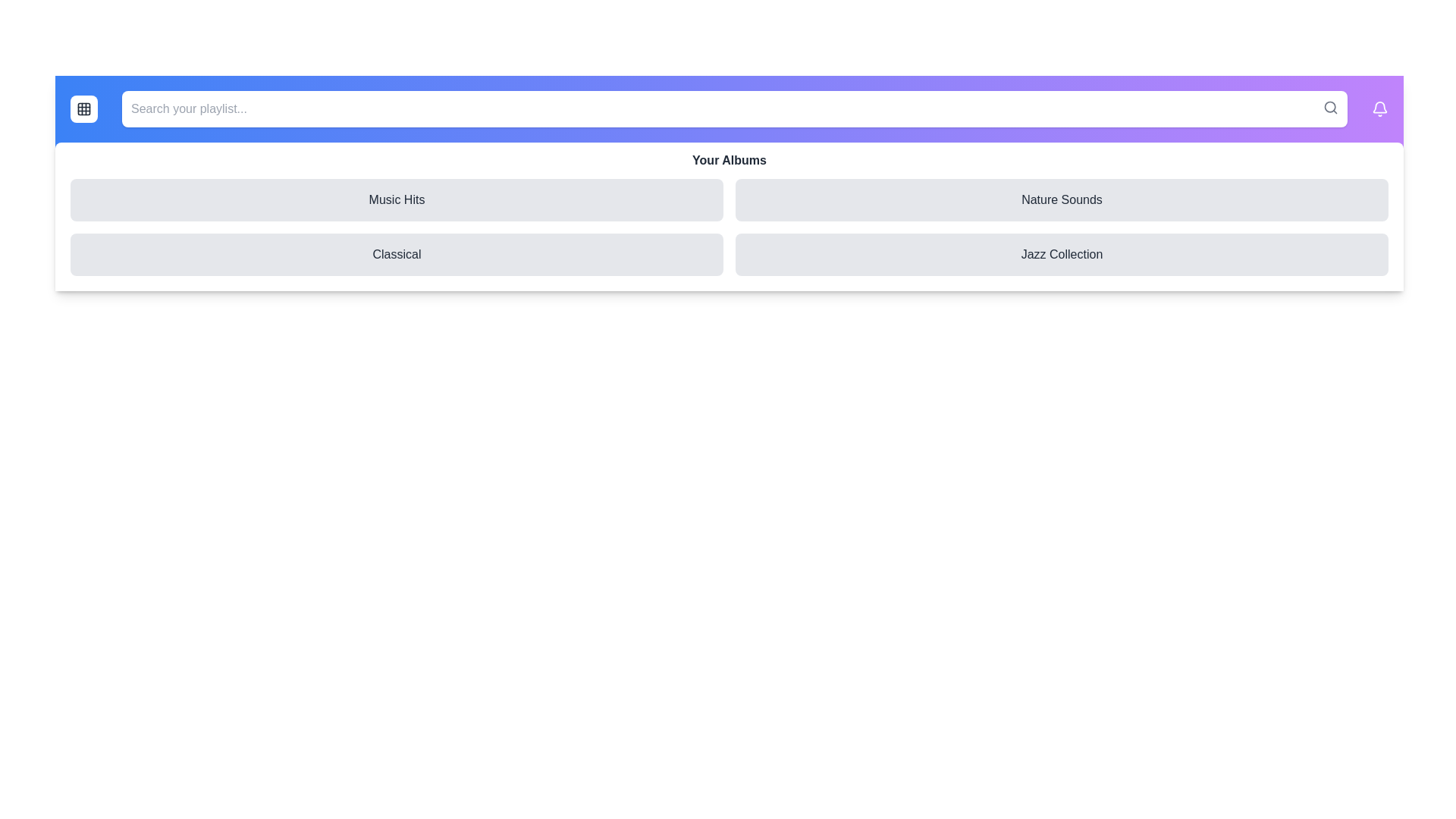 The image size is (1456, 819). Describe the element at coordinates (397, 199) in the screenshot. I see `the album item Music Hits from the menu` at that location.